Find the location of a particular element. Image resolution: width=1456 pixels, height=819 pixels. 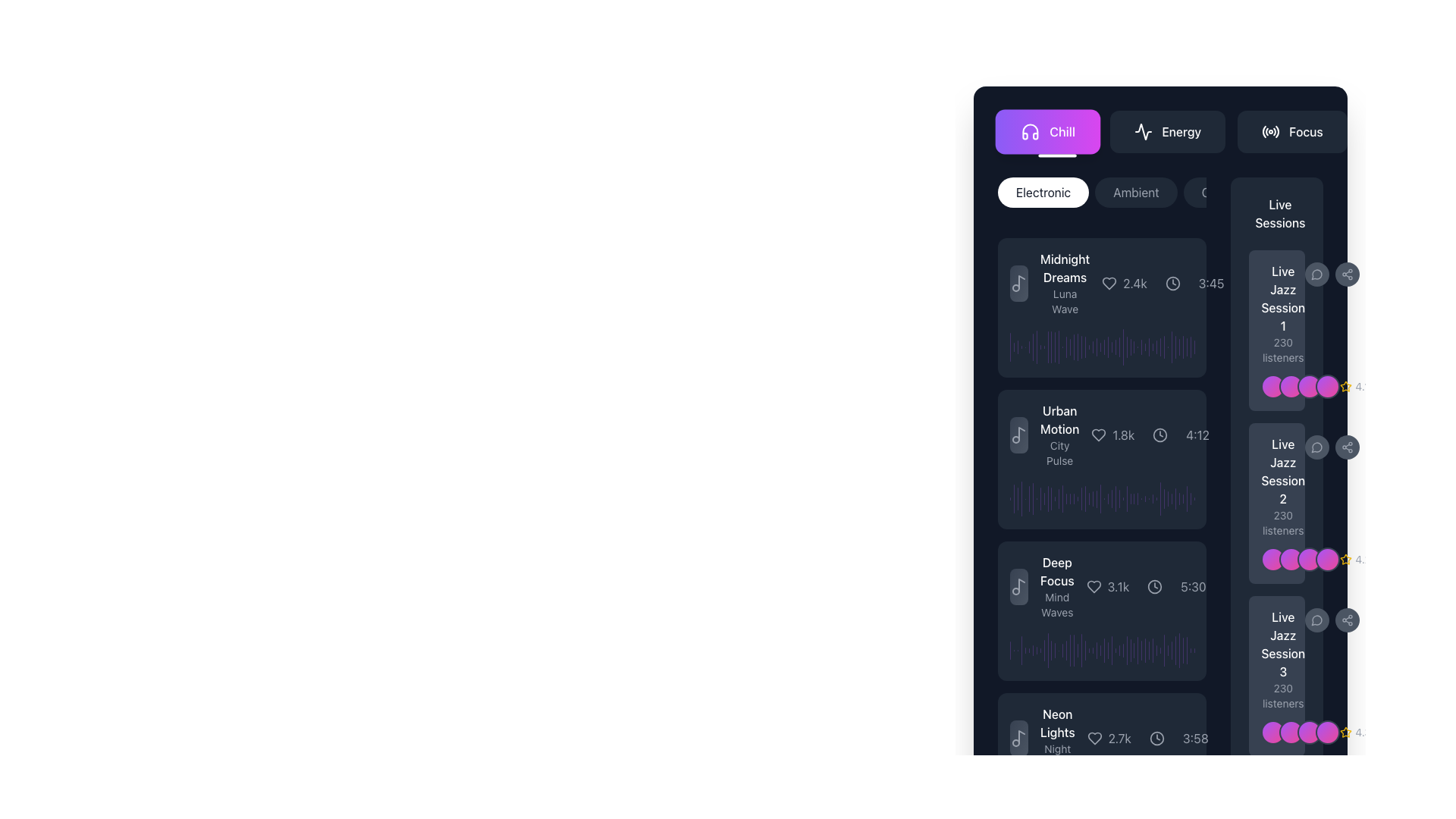

the third card in the live session list is located at coordinates (1276, 675).